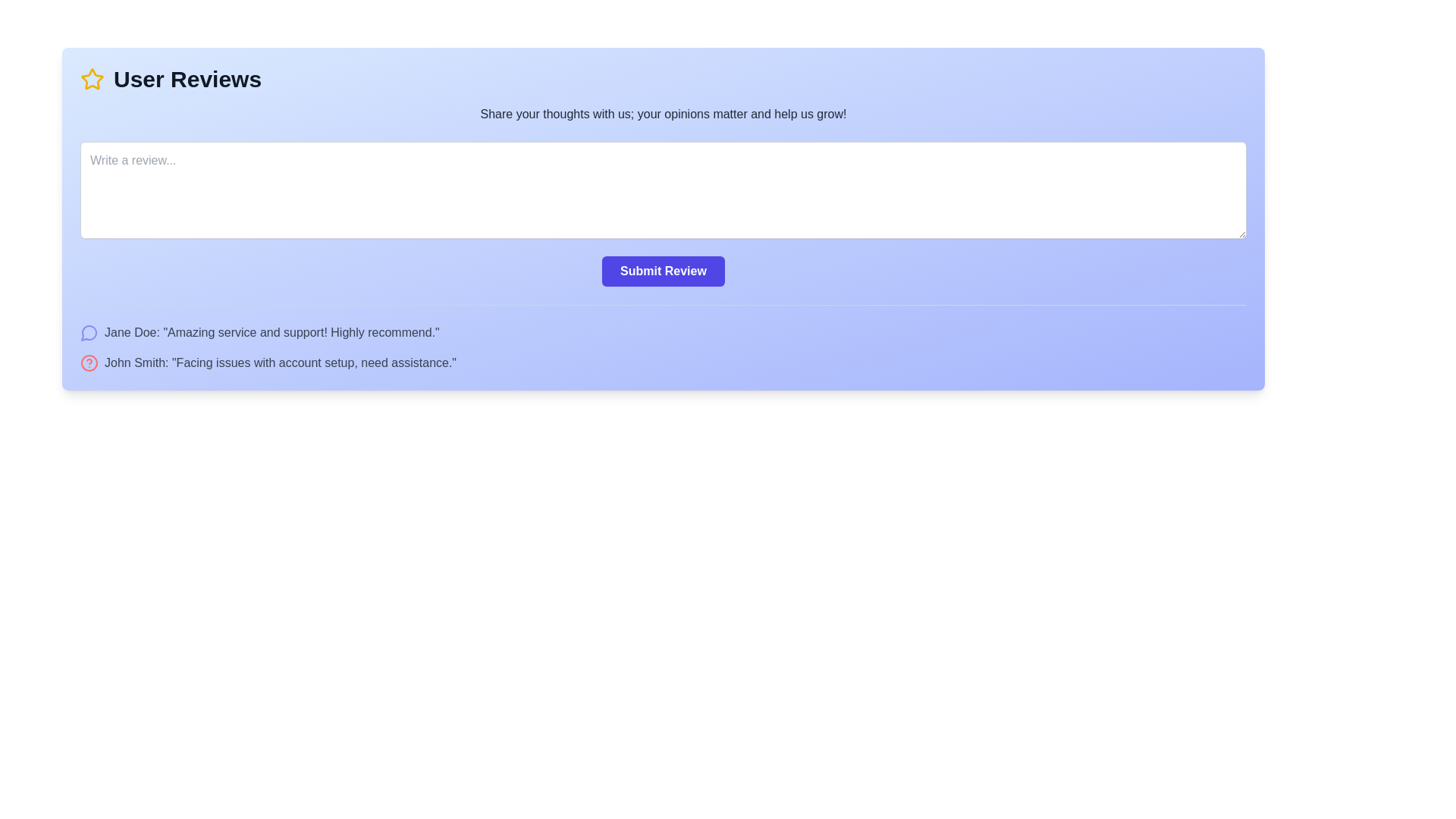  I want to click on the 'Submit Review' button with a purple background, so click(663, 271).